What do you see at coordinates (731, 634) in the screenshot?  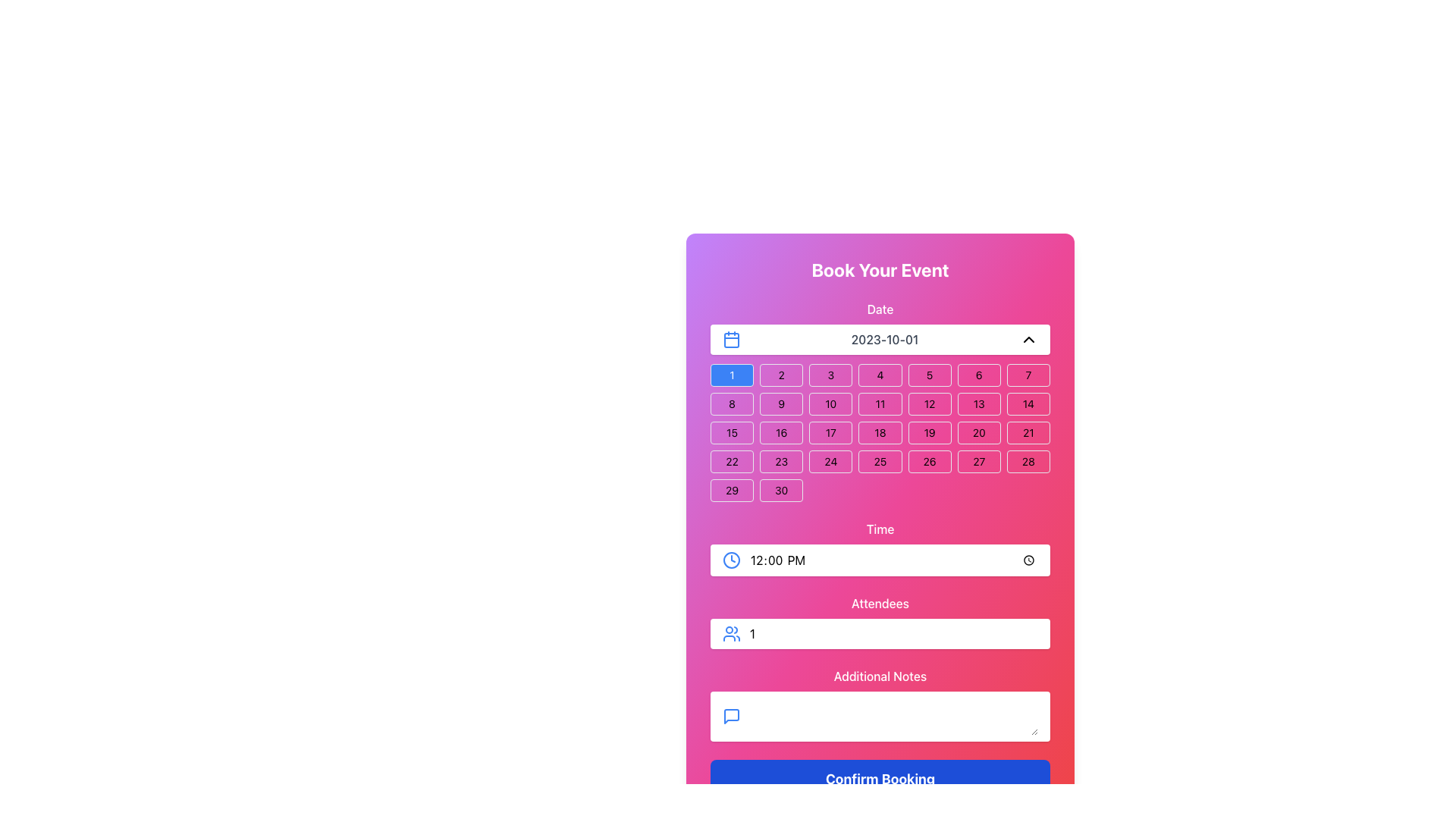 I see `the small SVG icon featuring two stylized user figures outlined in blue, located to the left of the numeric input field labeled 'Attendees'` at bounding box center [731, 634].